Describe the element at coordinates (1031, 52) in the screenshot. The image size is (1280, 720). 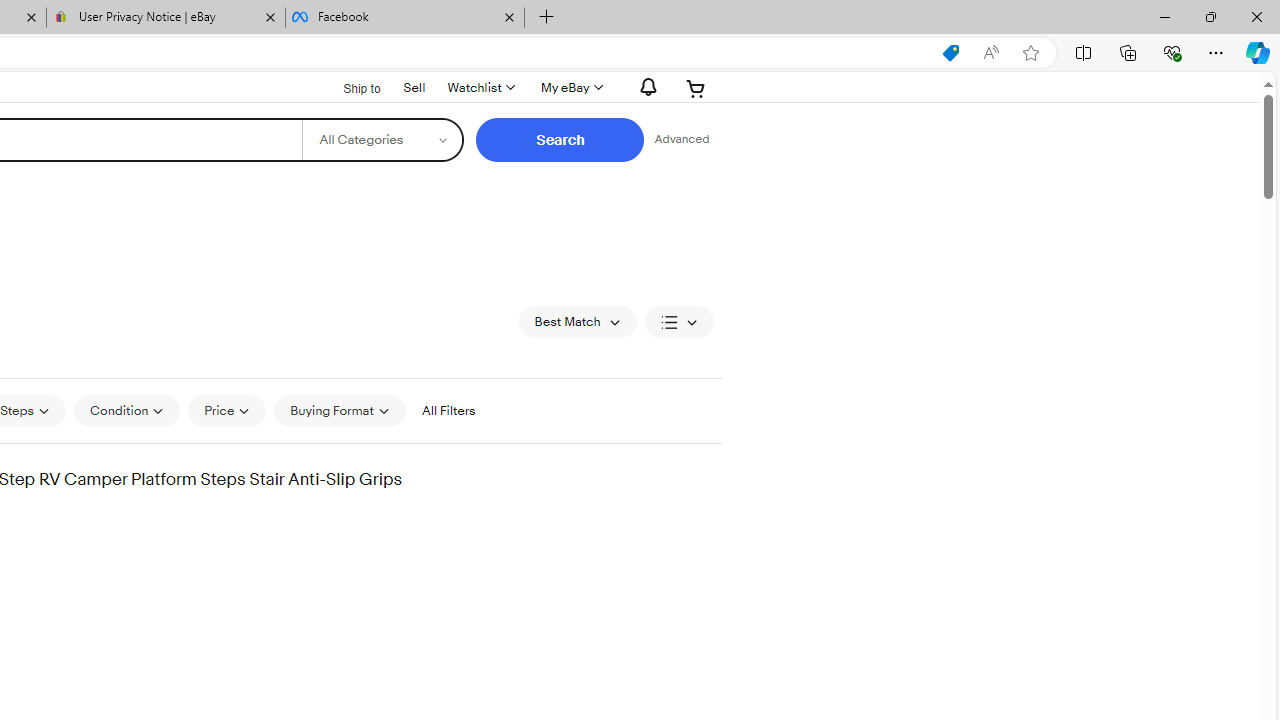
I see `'Add this page to favorites (Ctrl+D)'` at that location.